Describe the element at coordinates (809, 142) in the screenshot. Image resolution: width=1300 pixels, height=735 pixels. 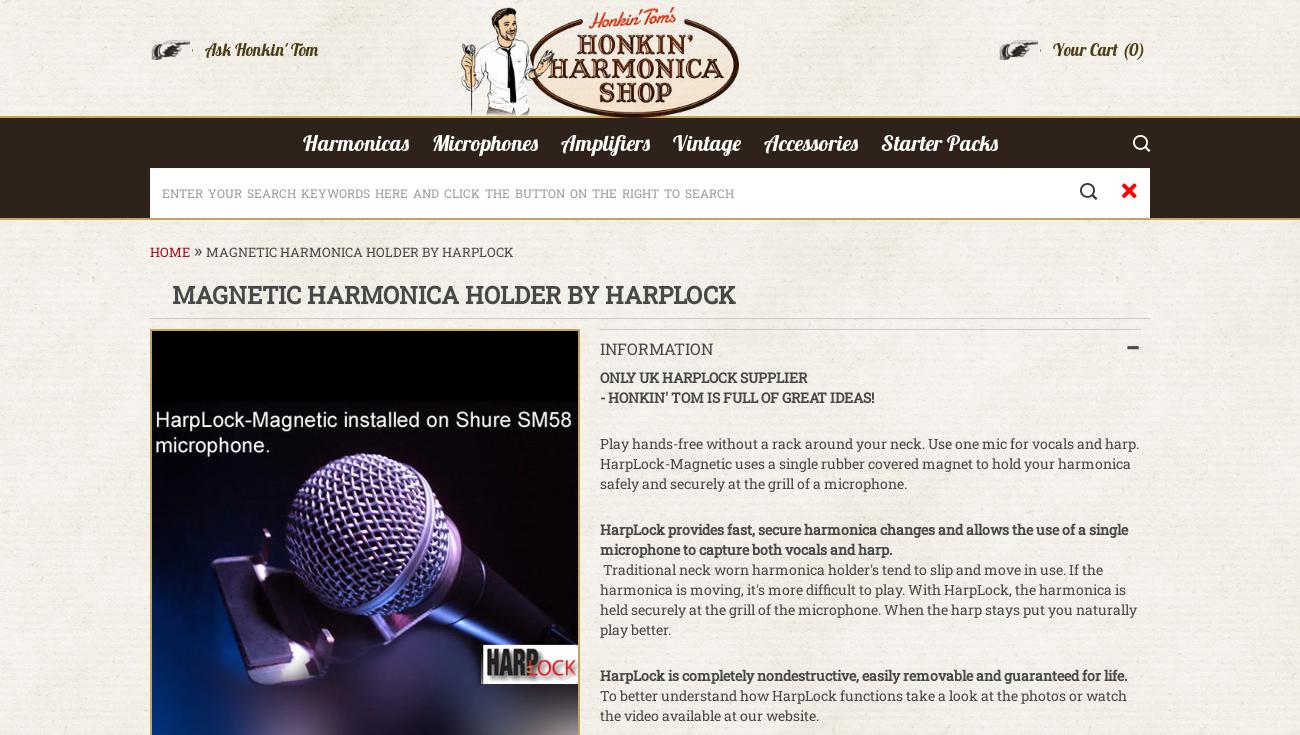
I see `'Accessories'` at that location.